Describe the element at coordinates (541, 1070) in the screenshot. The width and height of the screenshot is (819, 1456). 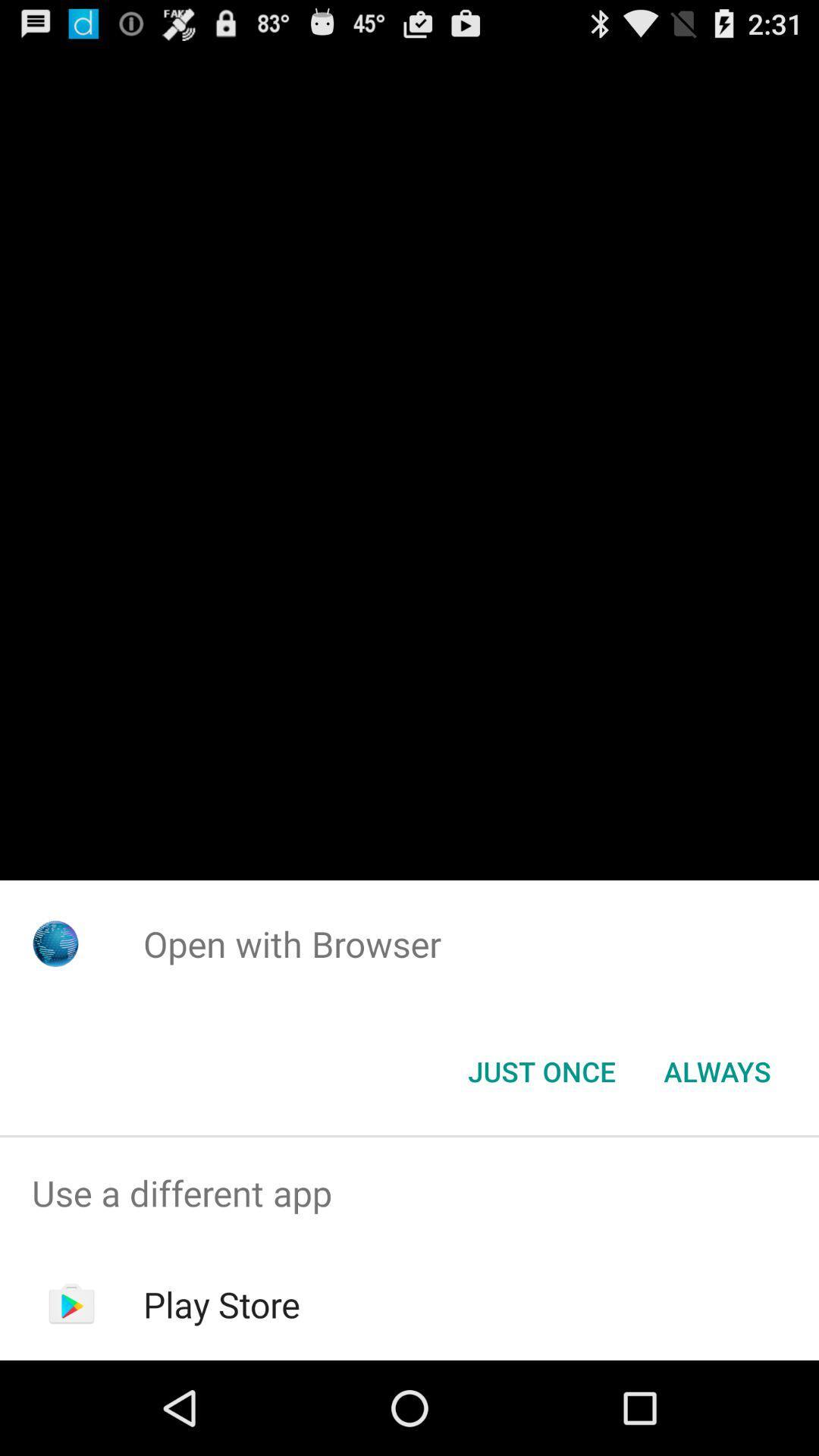
I see `button to the left of always icon` at that location.